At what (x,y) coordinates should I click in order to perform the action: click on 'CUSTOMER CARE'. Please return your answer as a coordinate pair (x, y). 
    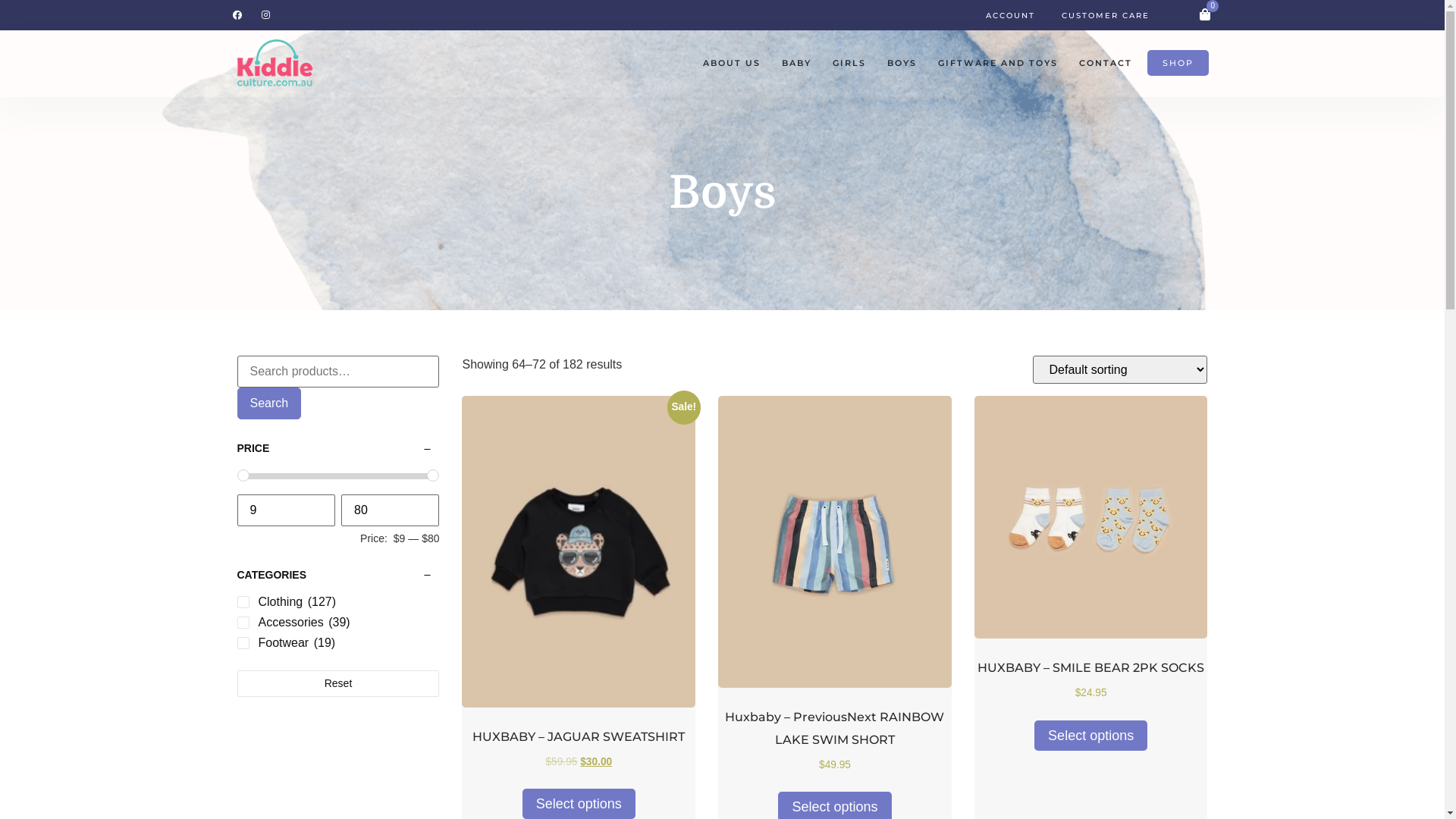
    Looking at the image, I should click on (1061, 14).